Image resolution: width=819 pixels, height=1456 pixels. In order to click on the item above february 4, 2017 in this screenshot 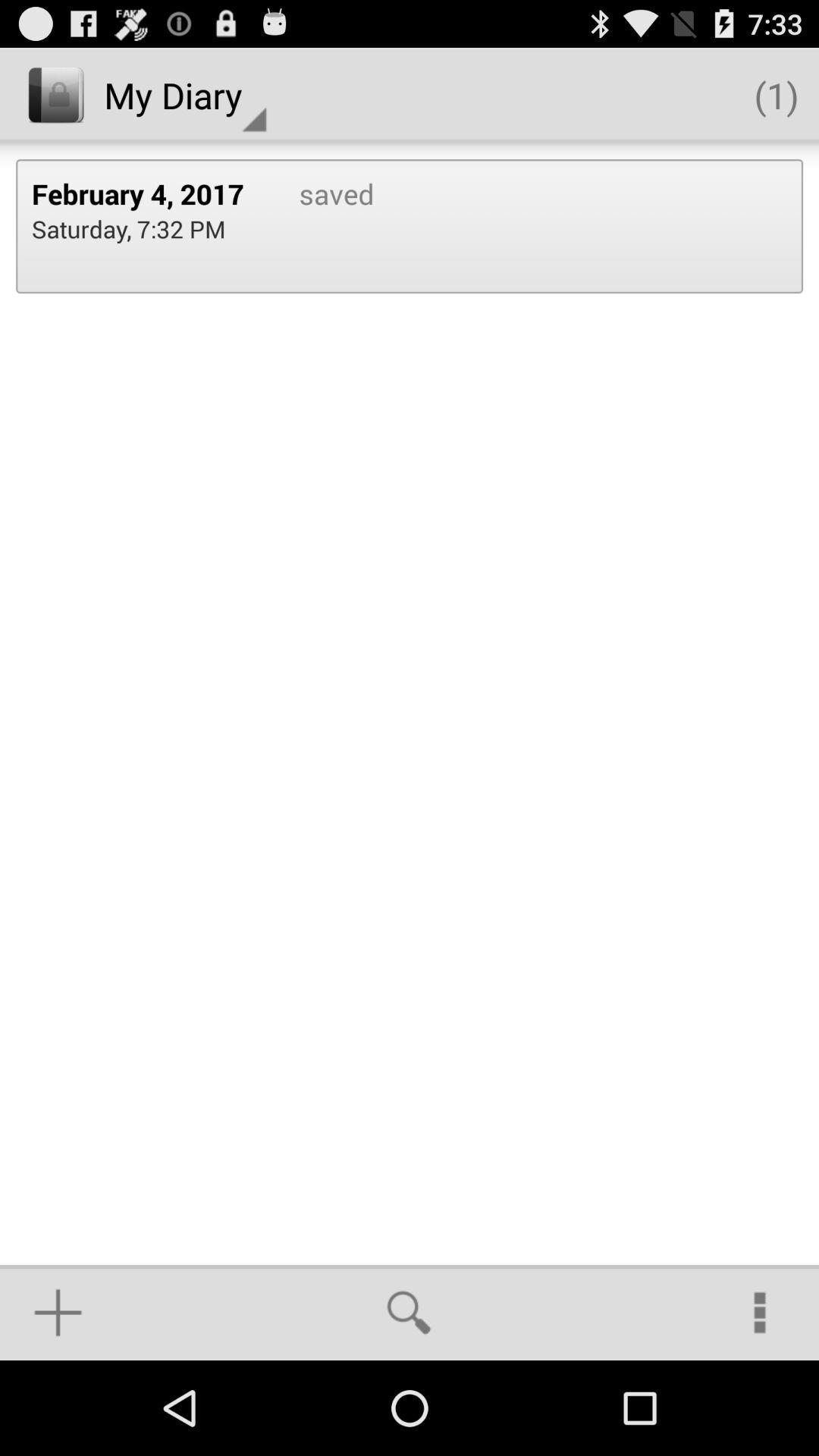, I will do `click(184, 94)`.